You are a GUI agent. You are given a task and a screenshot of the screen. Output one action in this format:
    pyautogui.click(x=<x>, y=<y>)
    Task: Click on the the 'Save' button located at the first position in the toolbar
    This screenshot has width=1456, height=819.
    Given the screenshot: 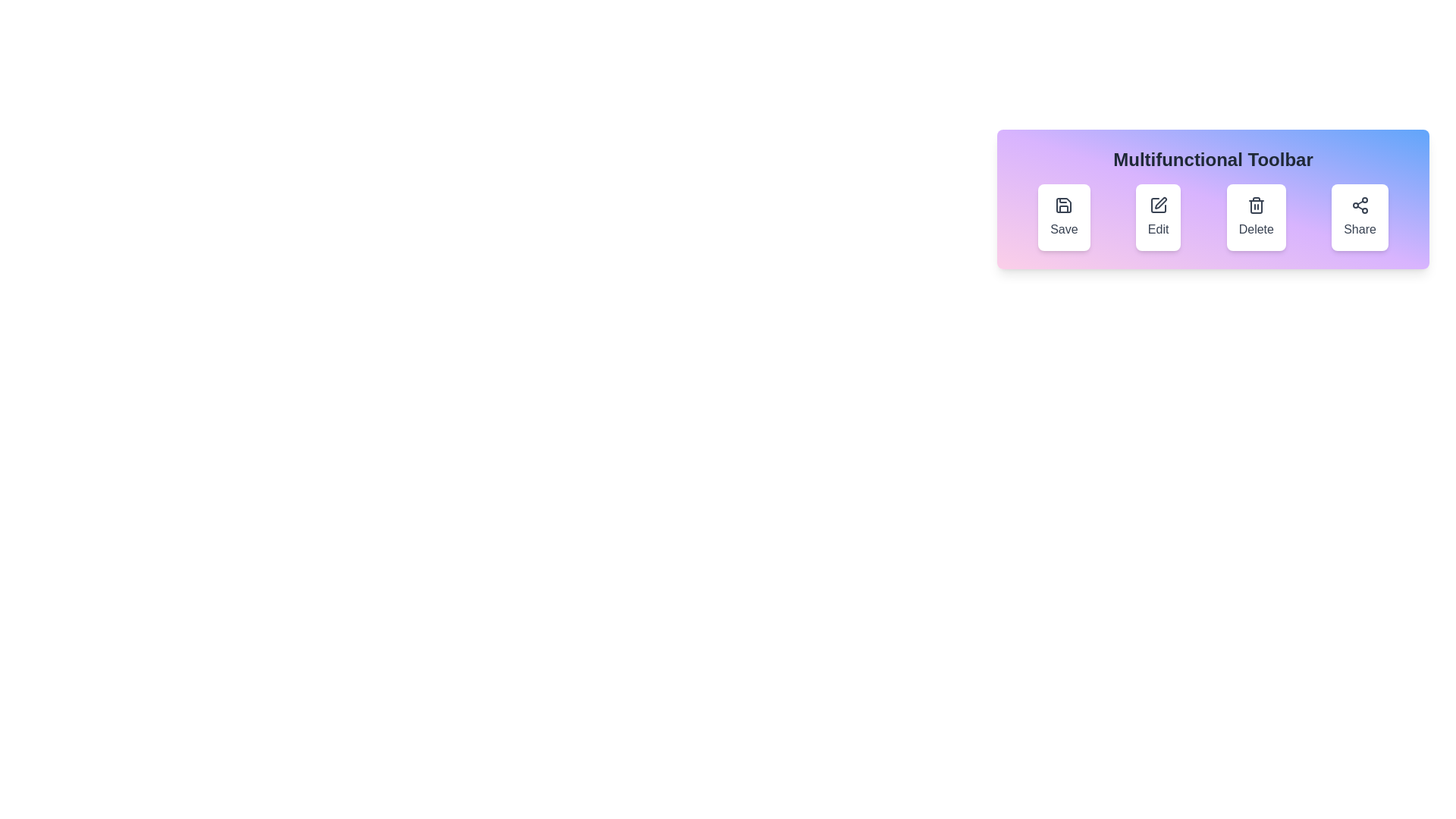 What is the action you would take?
    pyautogui.click(x=1063, y=217)
    